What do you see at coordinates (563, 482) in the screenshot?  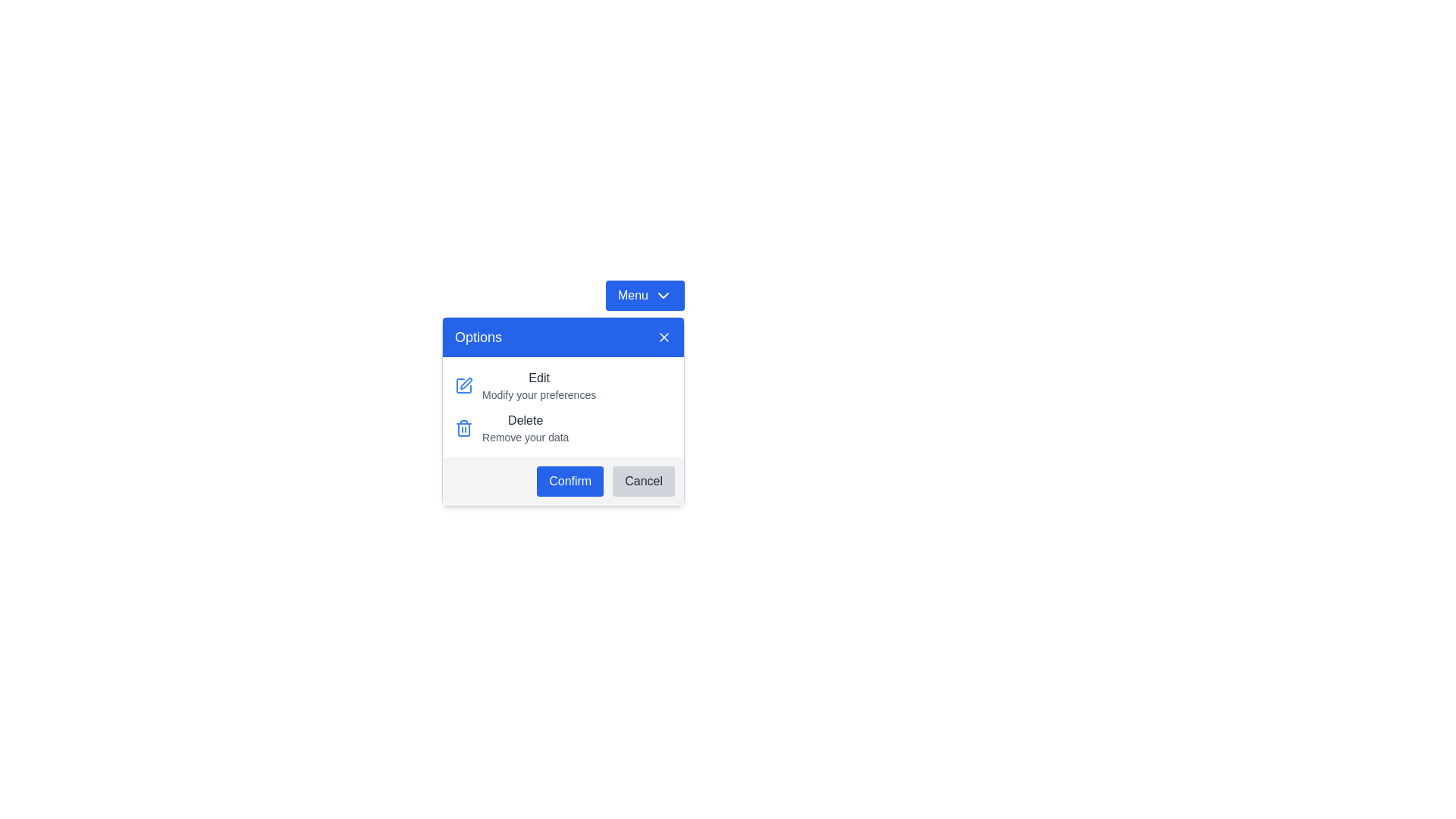 I see `the action panel containing buttons in the dialog box to observe hover styles` at bounding box center [563, 482].